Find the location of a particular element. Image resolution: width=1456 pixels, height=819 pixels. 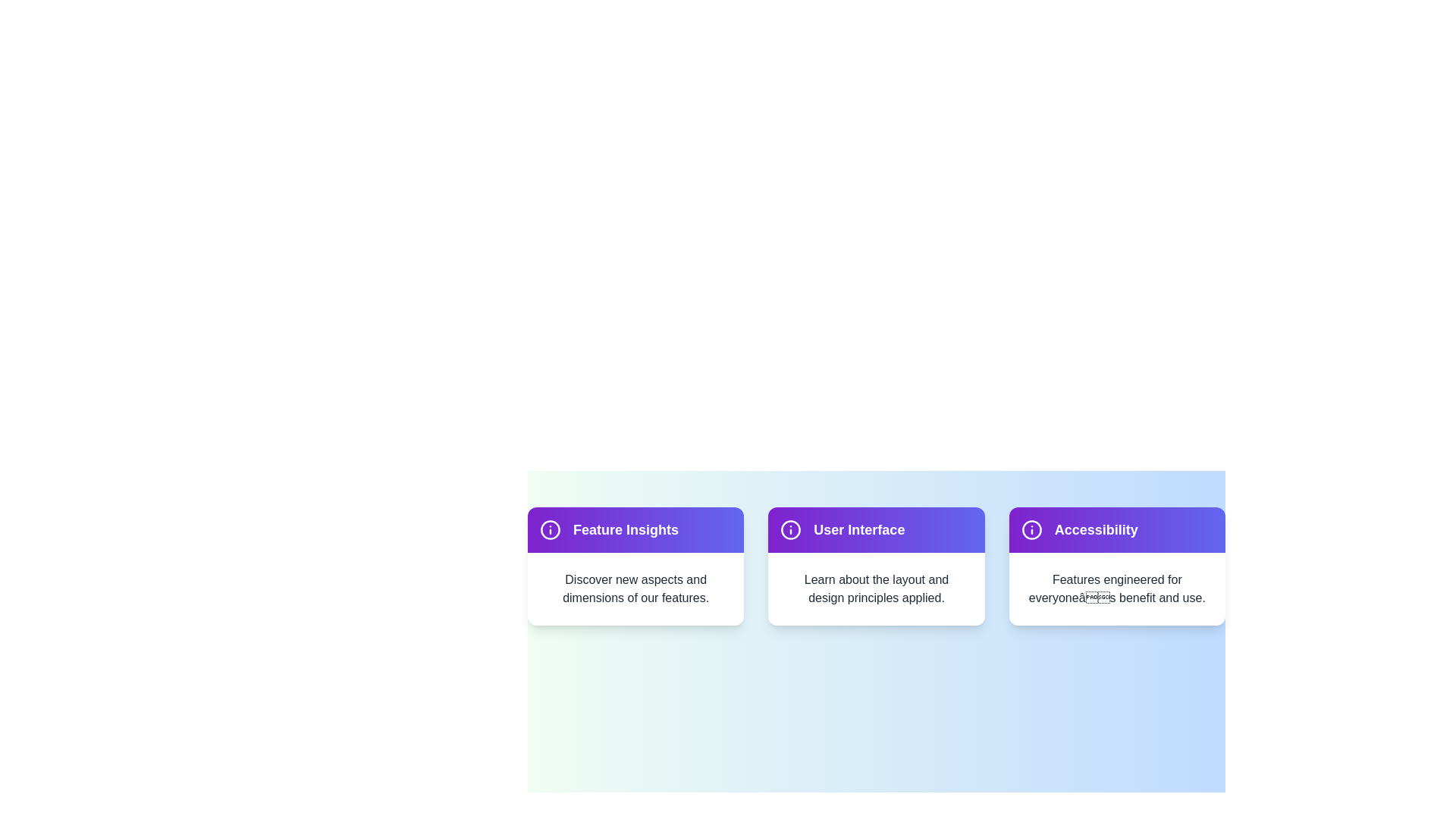

the informational icon located in the 'User Interface' section, which is the second card icon among three is located at coordinates (790, 529).